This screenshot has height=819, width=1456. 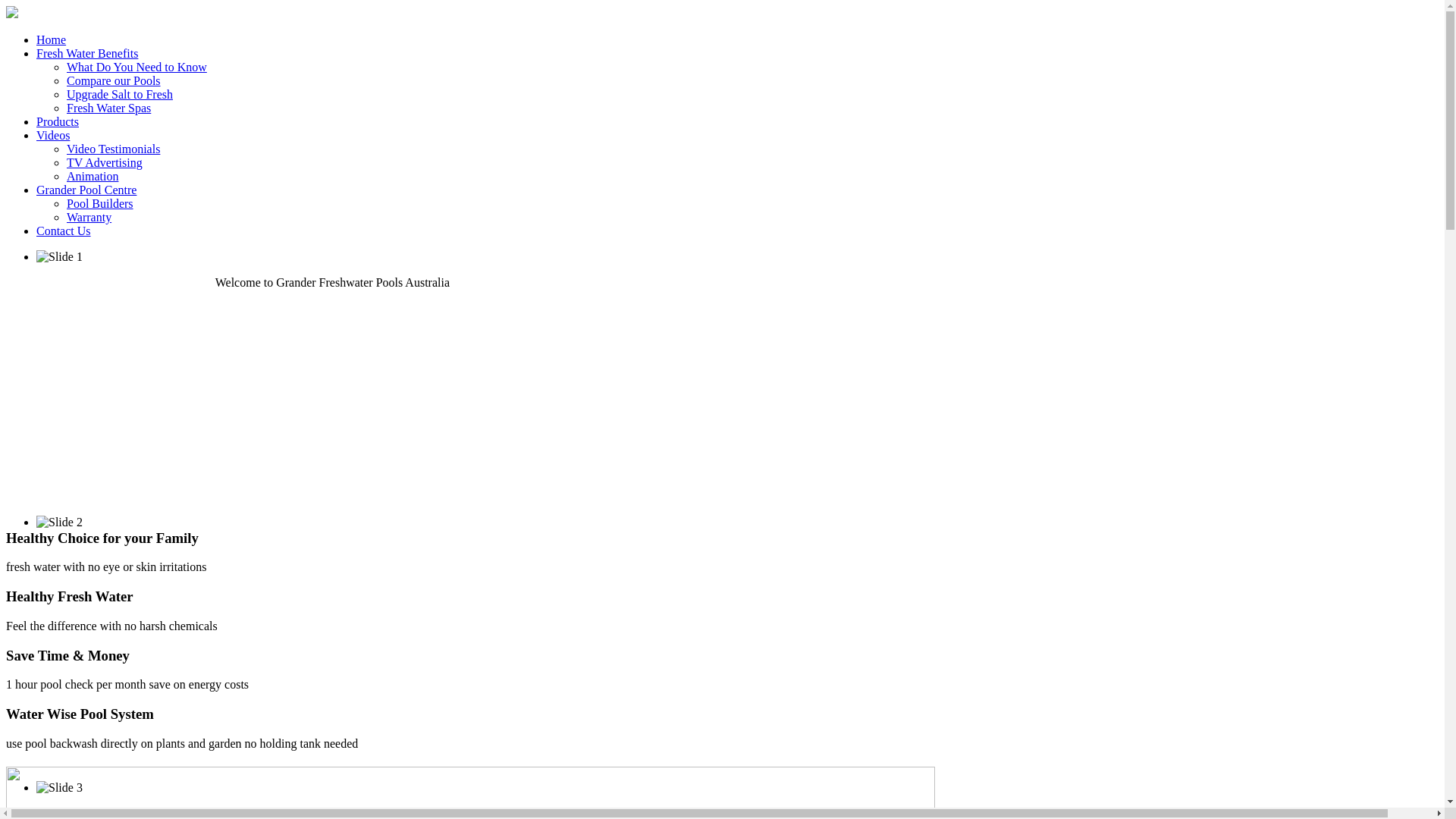 I want to click on 'Fresh Water Benefits', so click(x=86, y=52).